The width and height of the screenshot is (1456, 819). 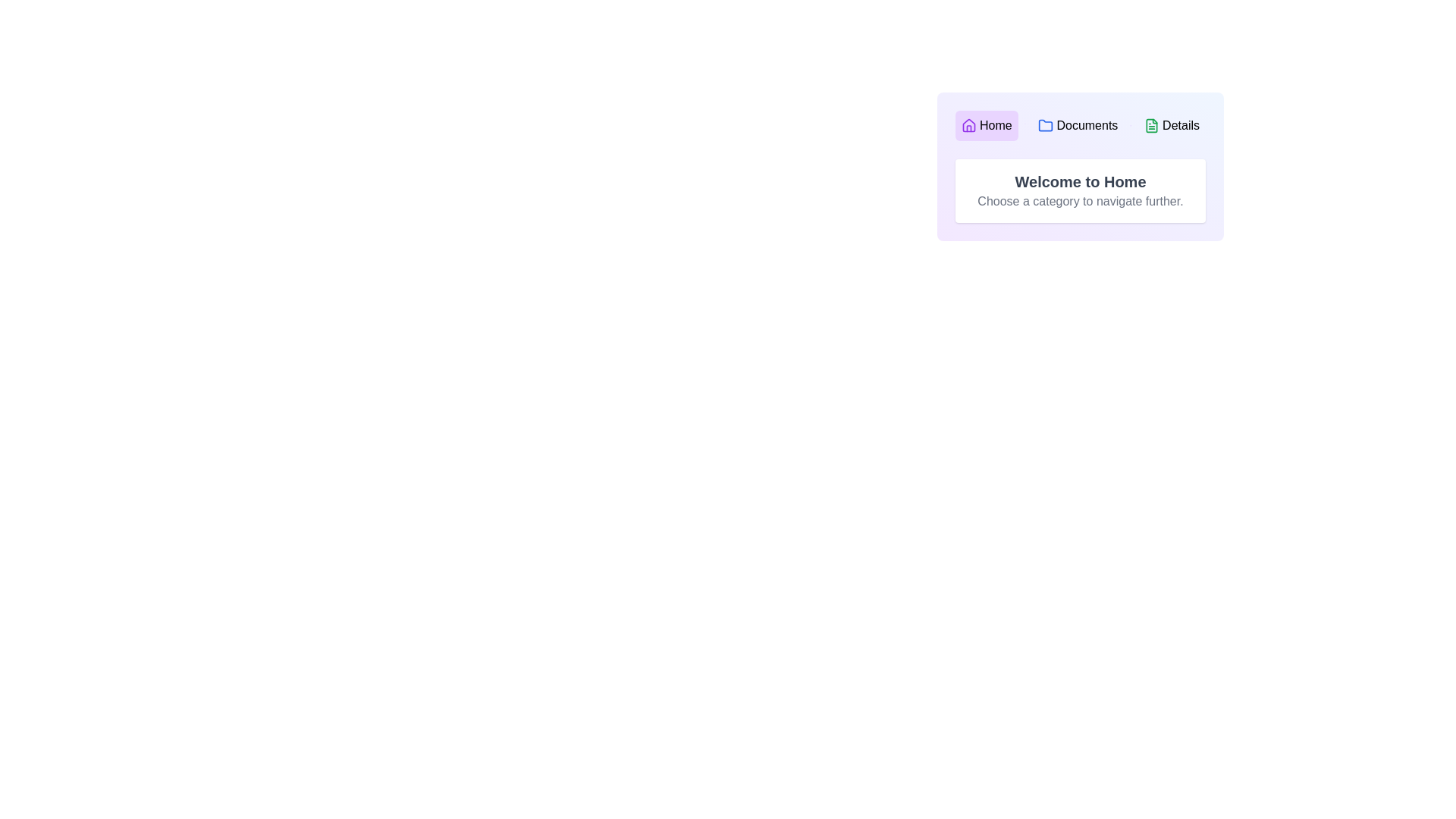 I want to click on the 'Home' button with a house icon in the upper navigation bar, so click(x=987, y=124).